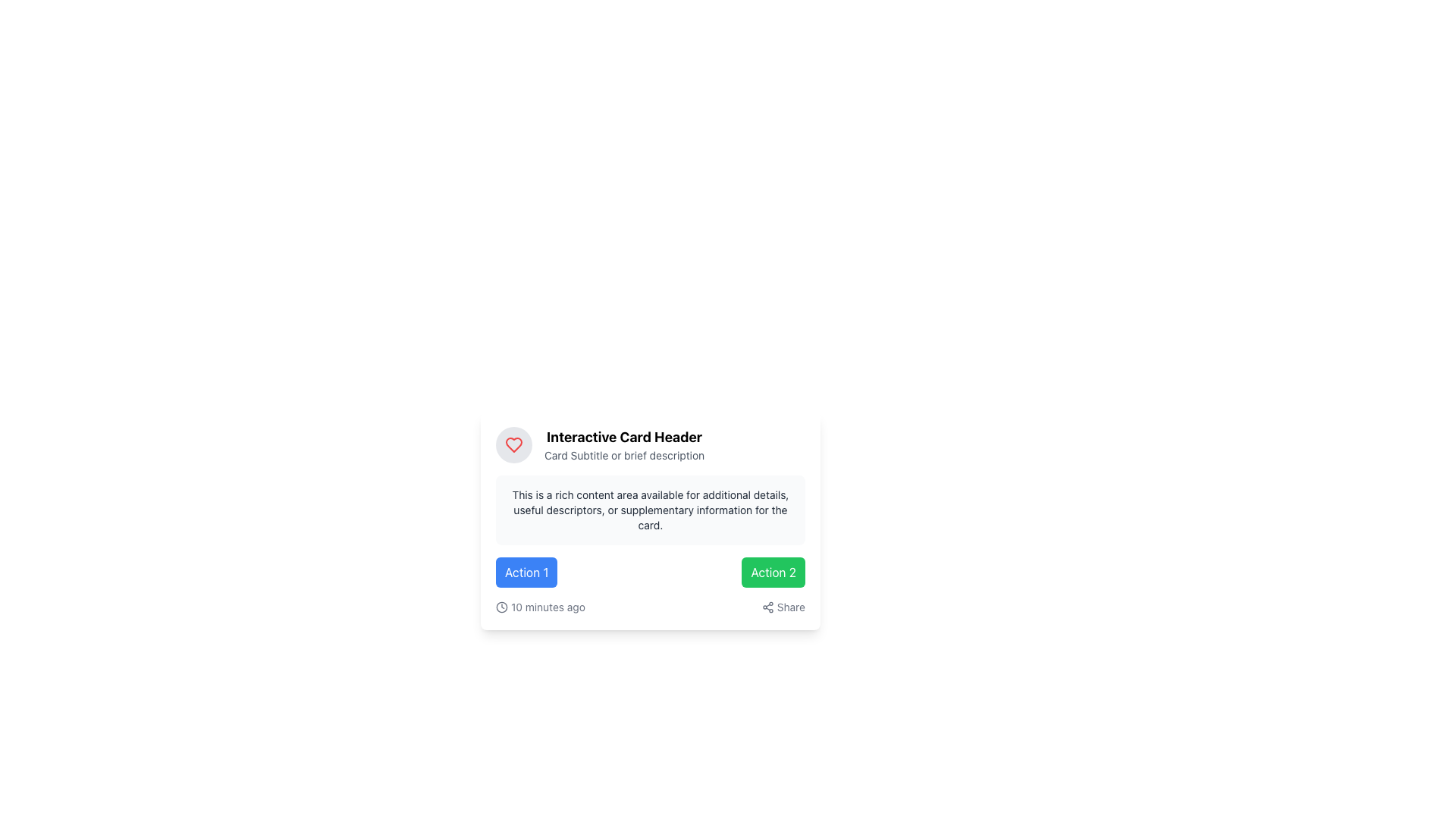  Describe the element at coordinates (651, 510) in the screenshot. I see `the text block that provides additional descriptive information about the card, which is centrally placed within a light gray rounded box underneath the card's header and above the action buttons` at that location.